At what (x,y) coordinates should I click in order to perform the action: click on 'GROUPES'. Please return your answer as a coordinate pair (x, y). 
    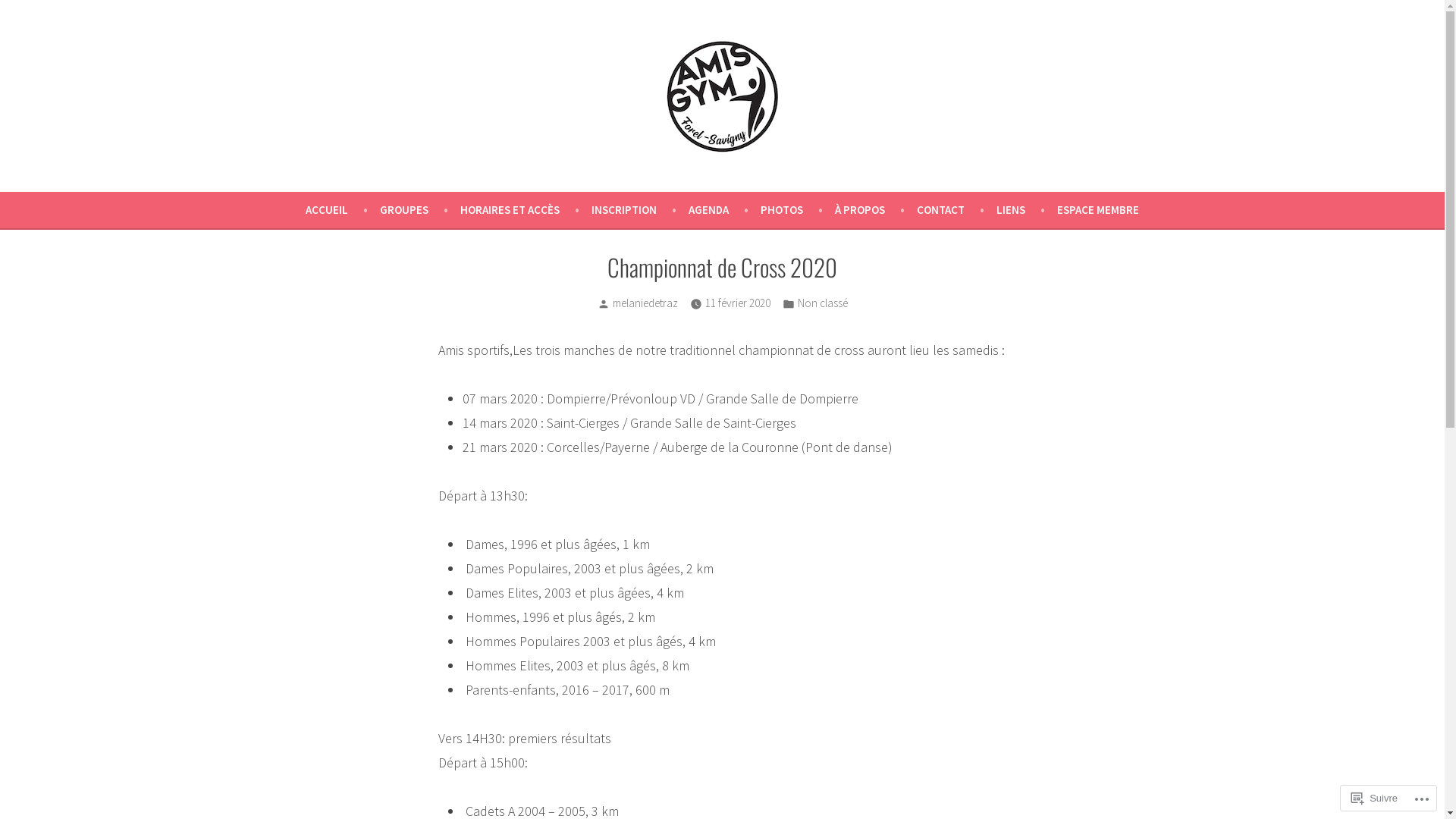
    Looking at the image, I should click on (419, 210).